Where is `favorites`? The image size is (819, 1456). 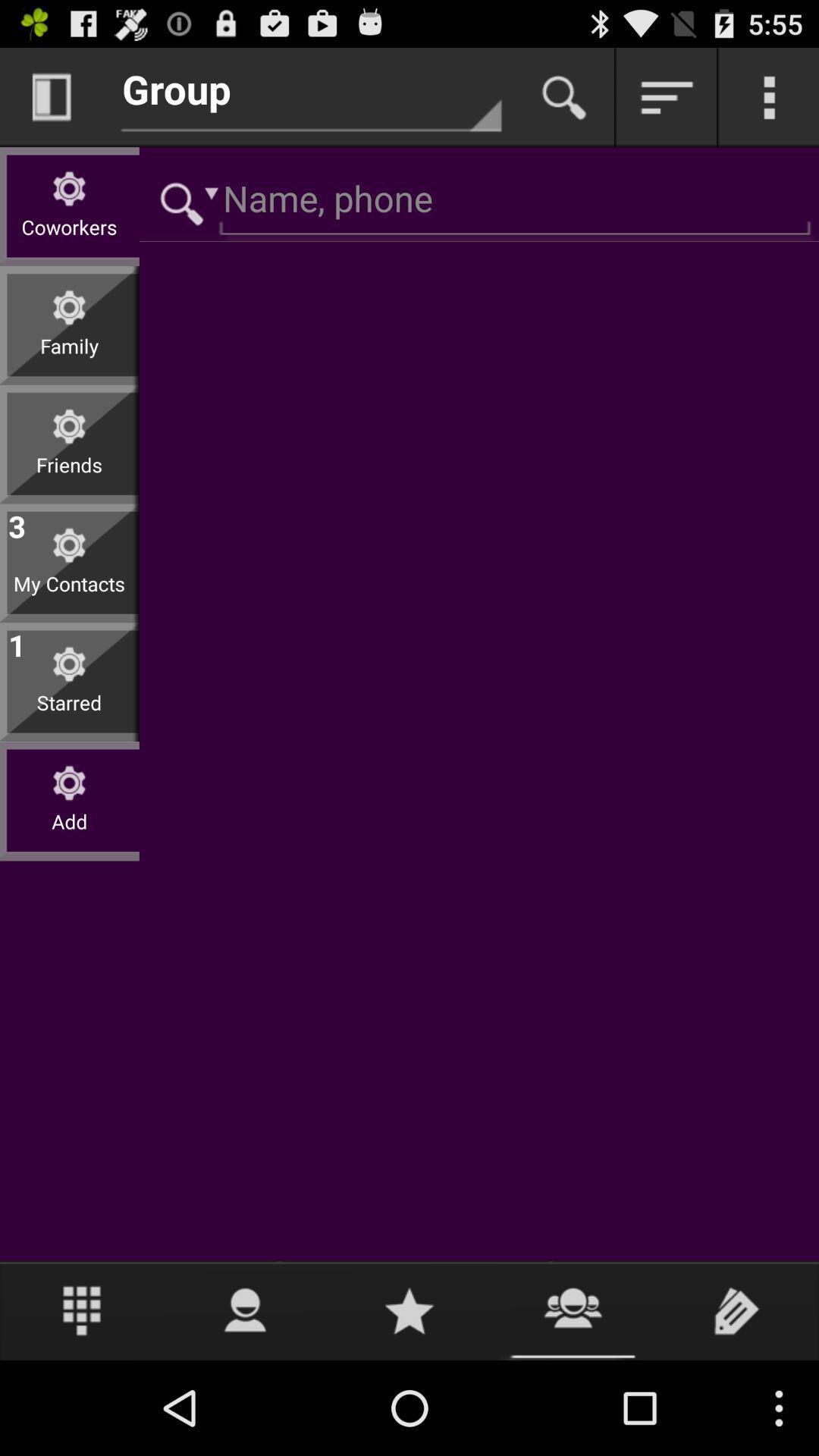 favorites is located at coordinates (409, 1310).